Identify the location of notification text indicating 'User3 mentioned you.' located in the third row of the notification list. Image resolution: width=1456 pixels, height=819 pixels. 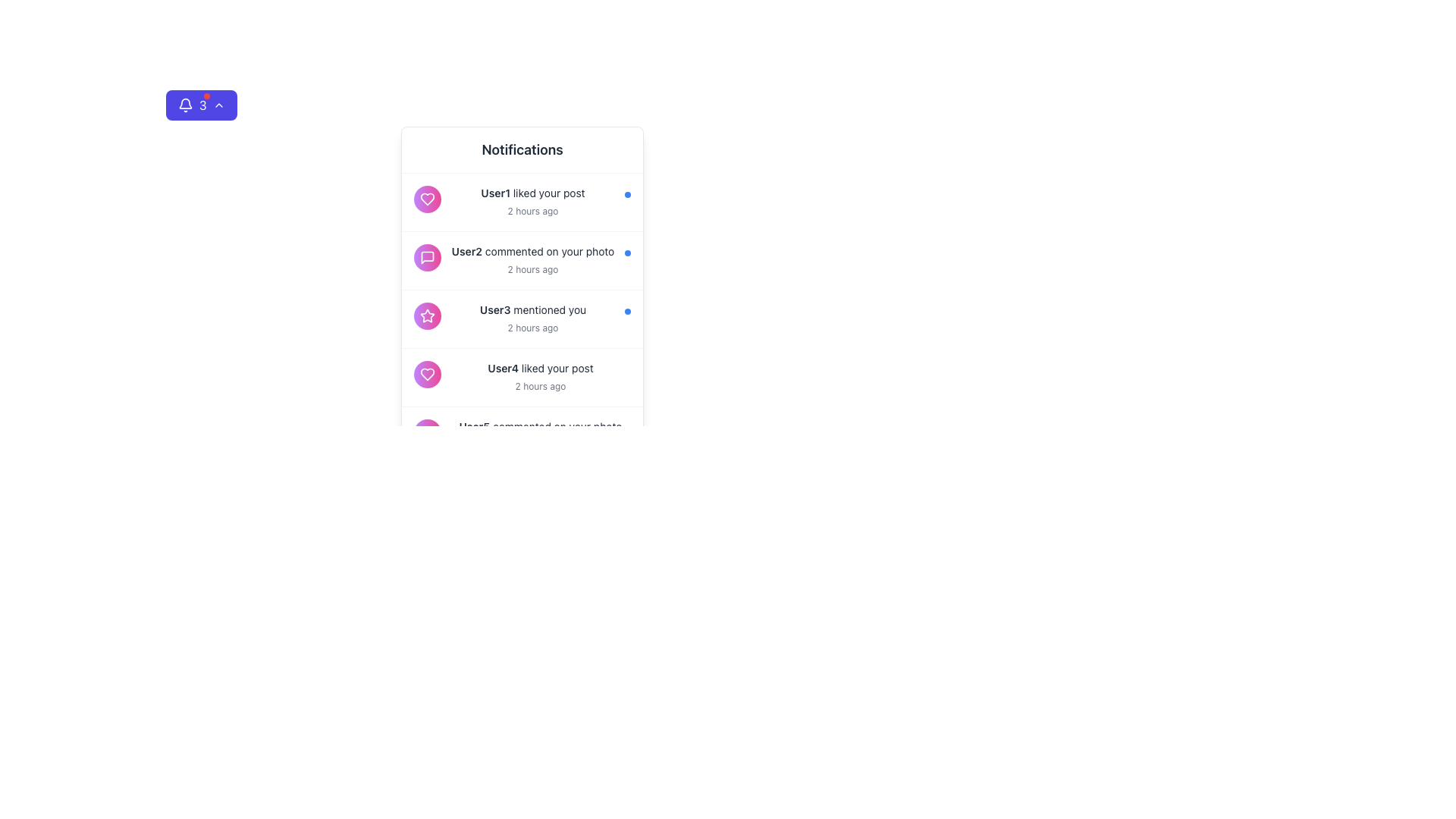
(532, 309).